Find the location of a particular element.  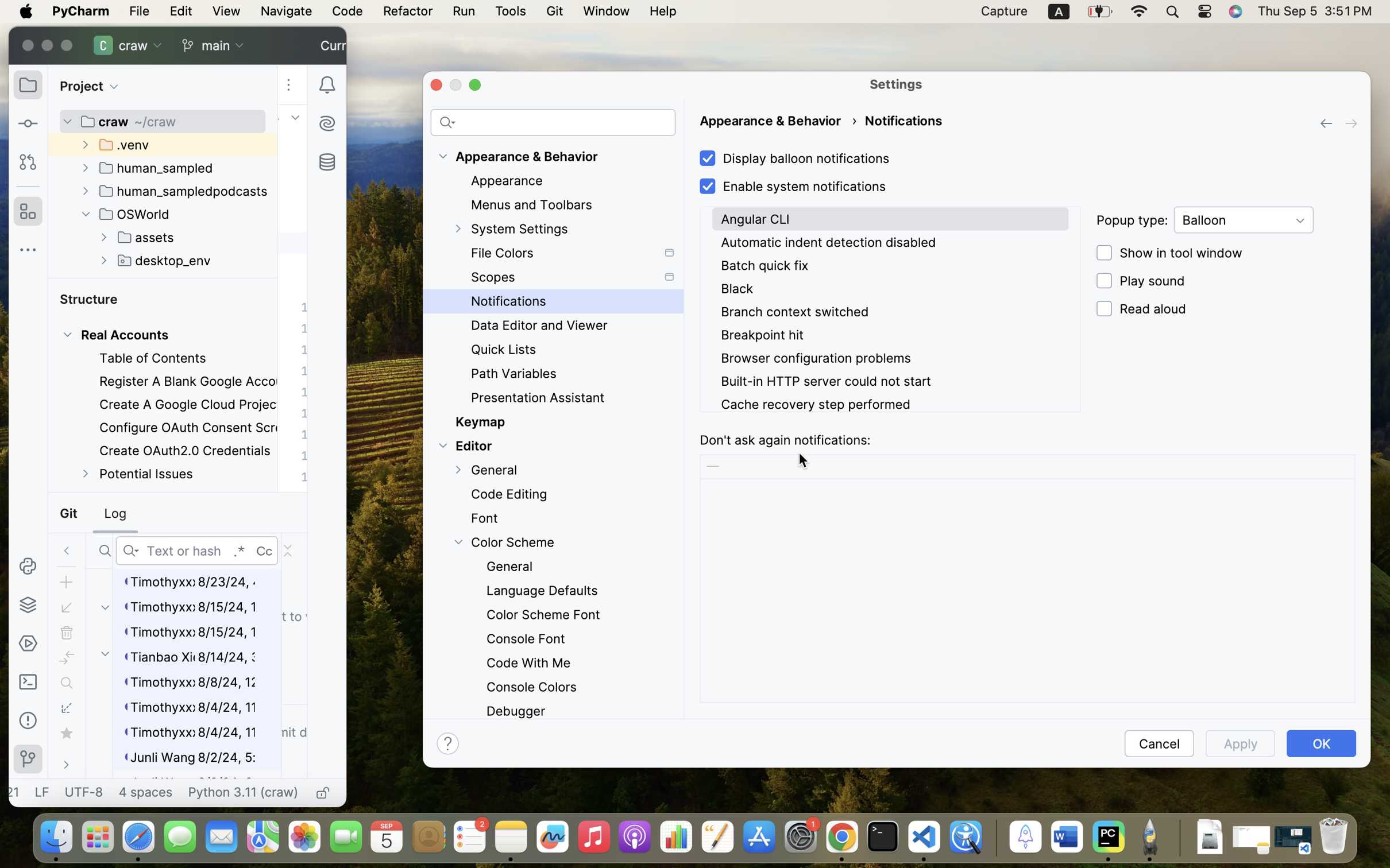

'0.4285714328289032' is located at coordinates (994, 837).